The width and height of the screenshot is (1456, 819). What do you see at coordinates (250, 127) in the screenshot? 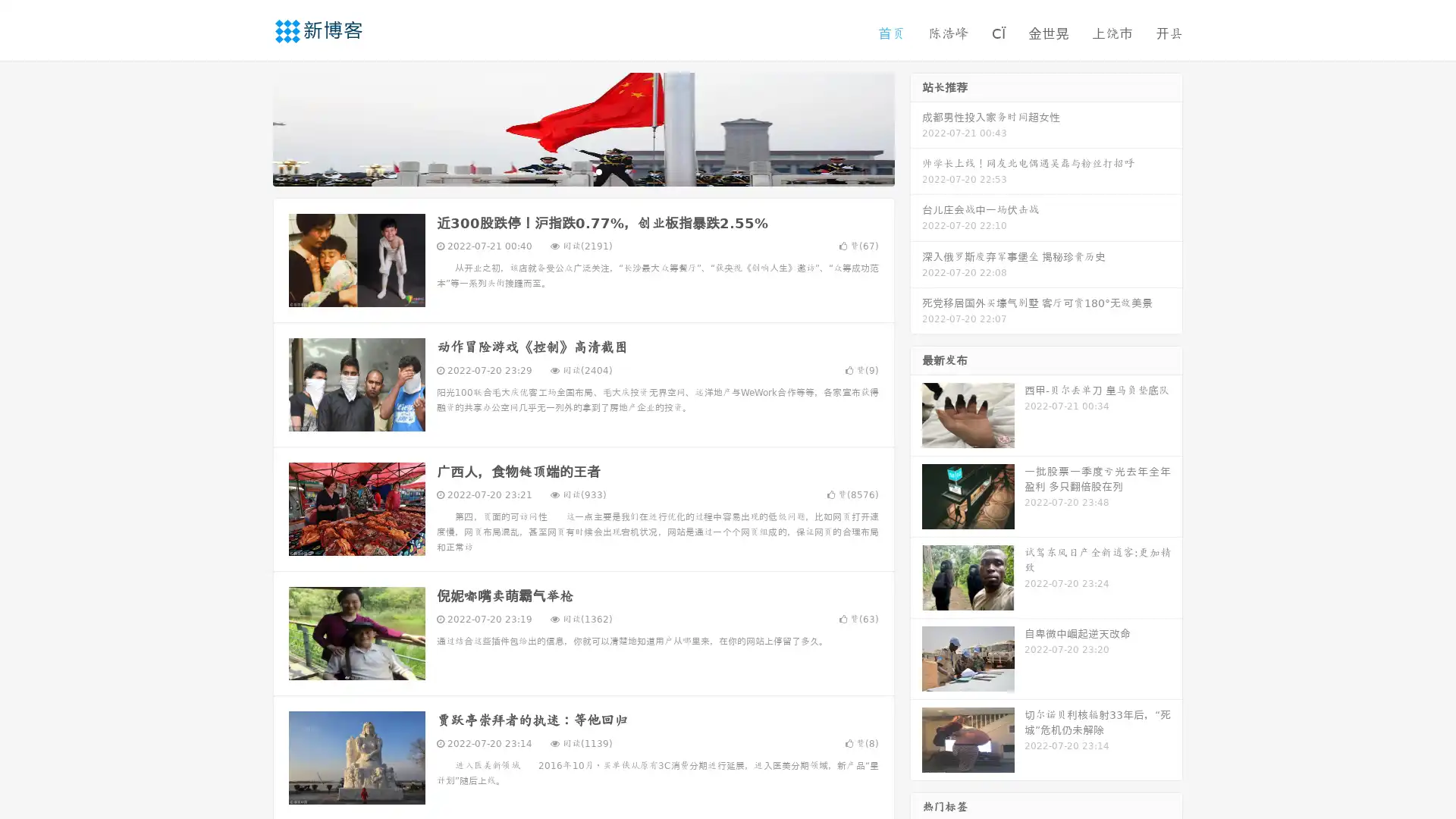
I see `Previous slide` at bounding box center [250, 127].